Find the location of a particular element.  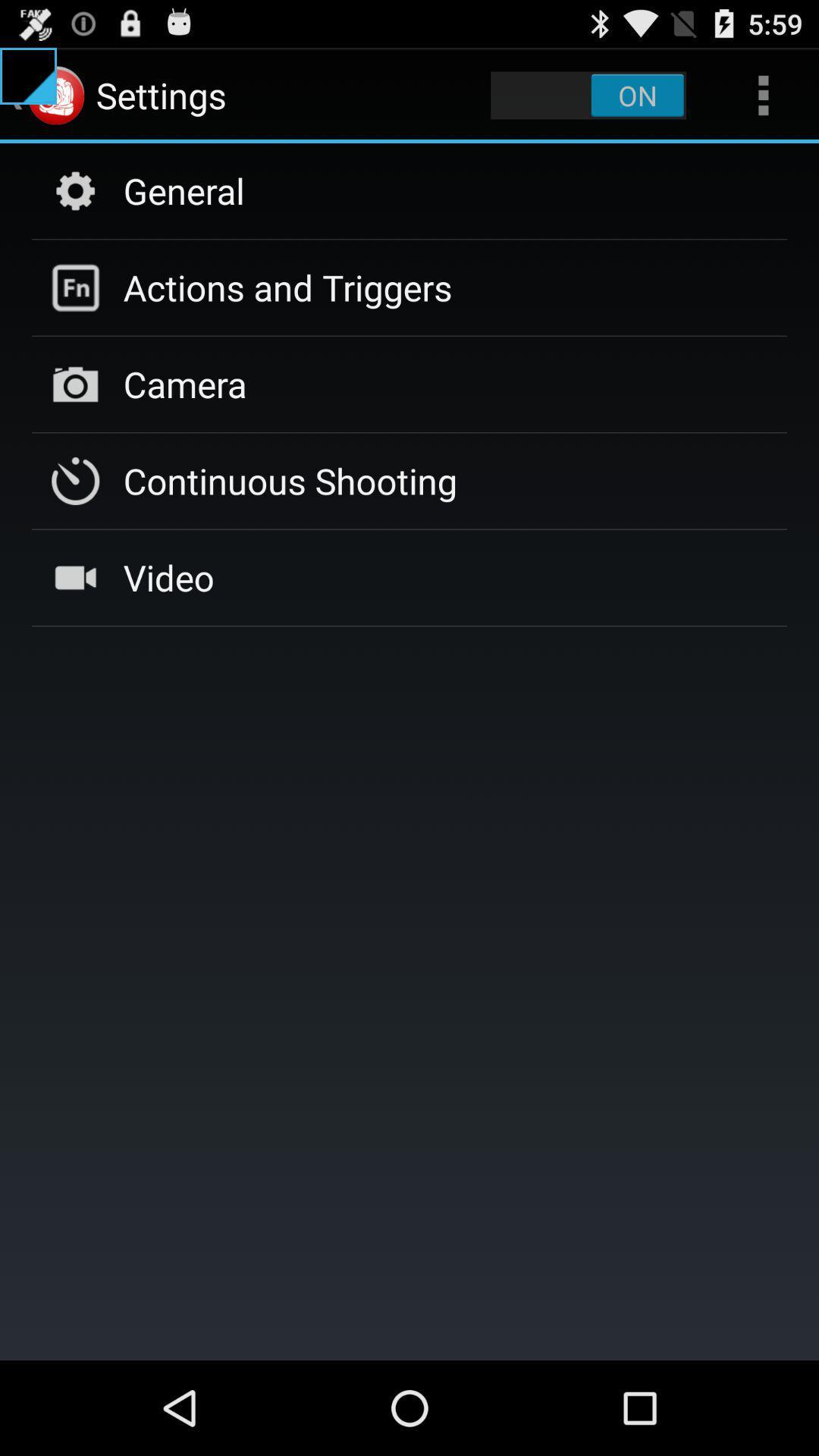

icon below the actions and triggers is located at coordinates (184, 384).